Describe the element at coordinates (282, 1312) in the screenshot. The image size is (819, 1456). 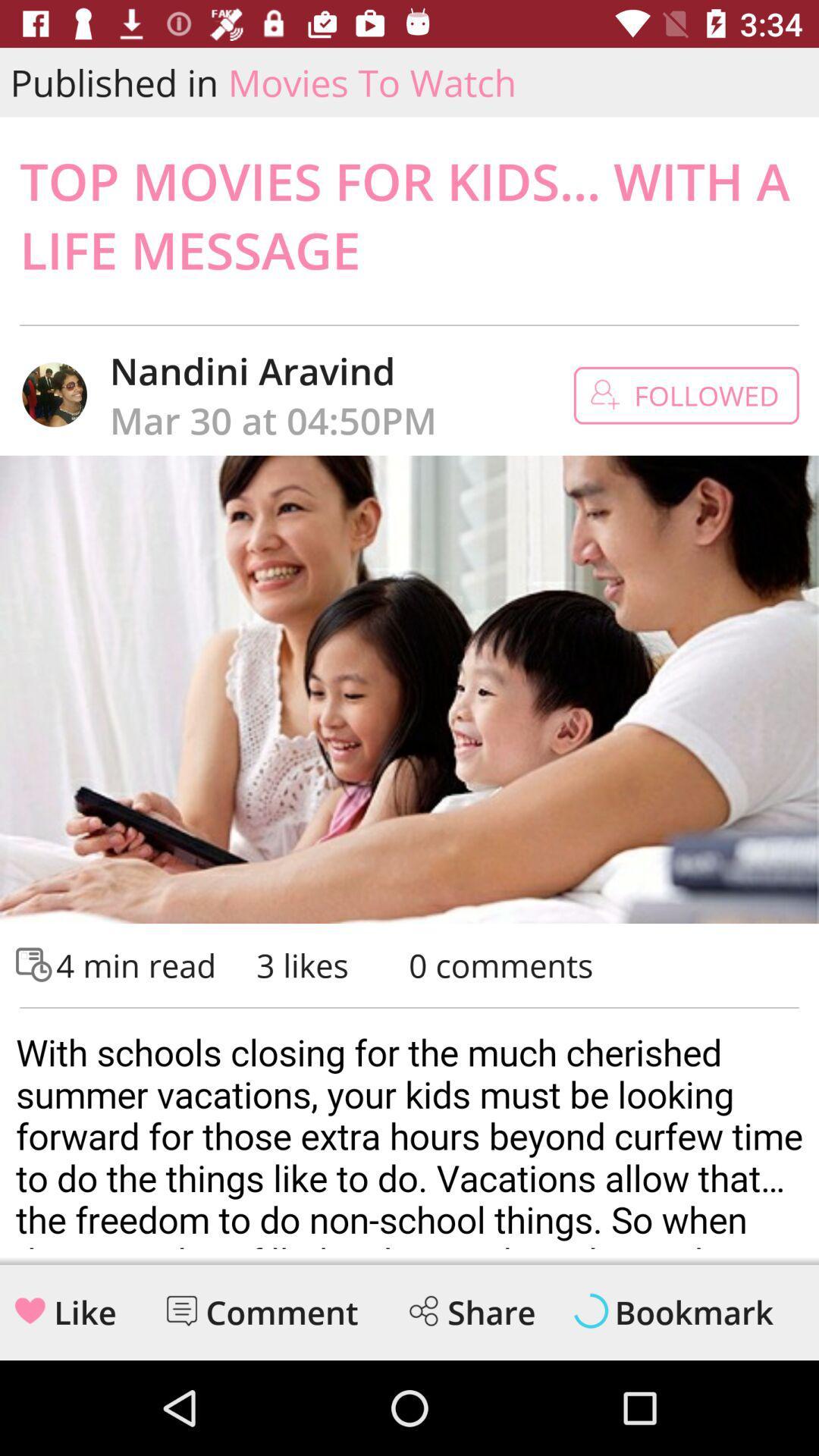
I see `comment` at that location.